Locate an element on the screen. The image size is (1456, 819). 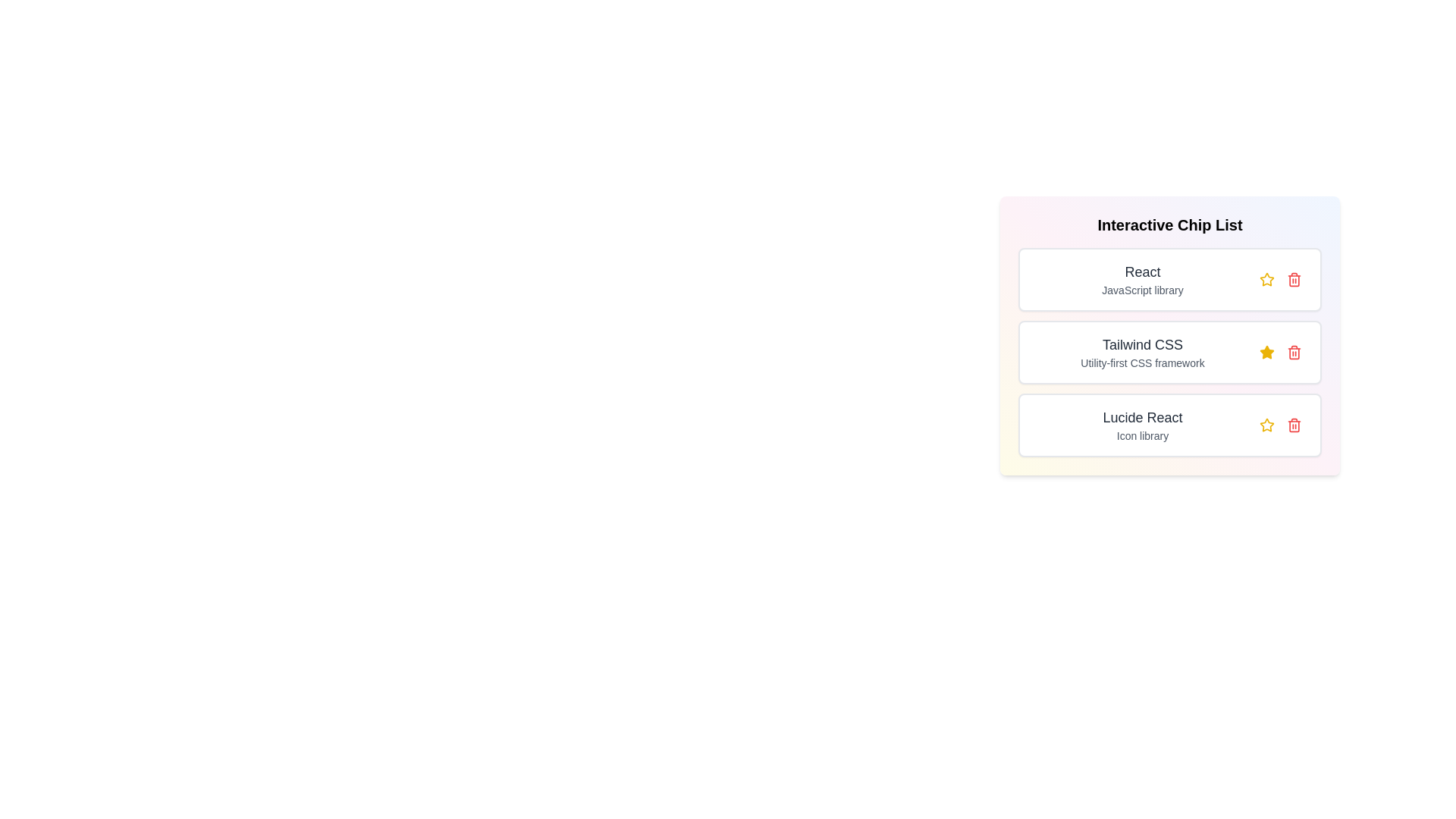
trash icon for the item with title Lucide React to remove it from the list is located at coordinates (1294, 425).